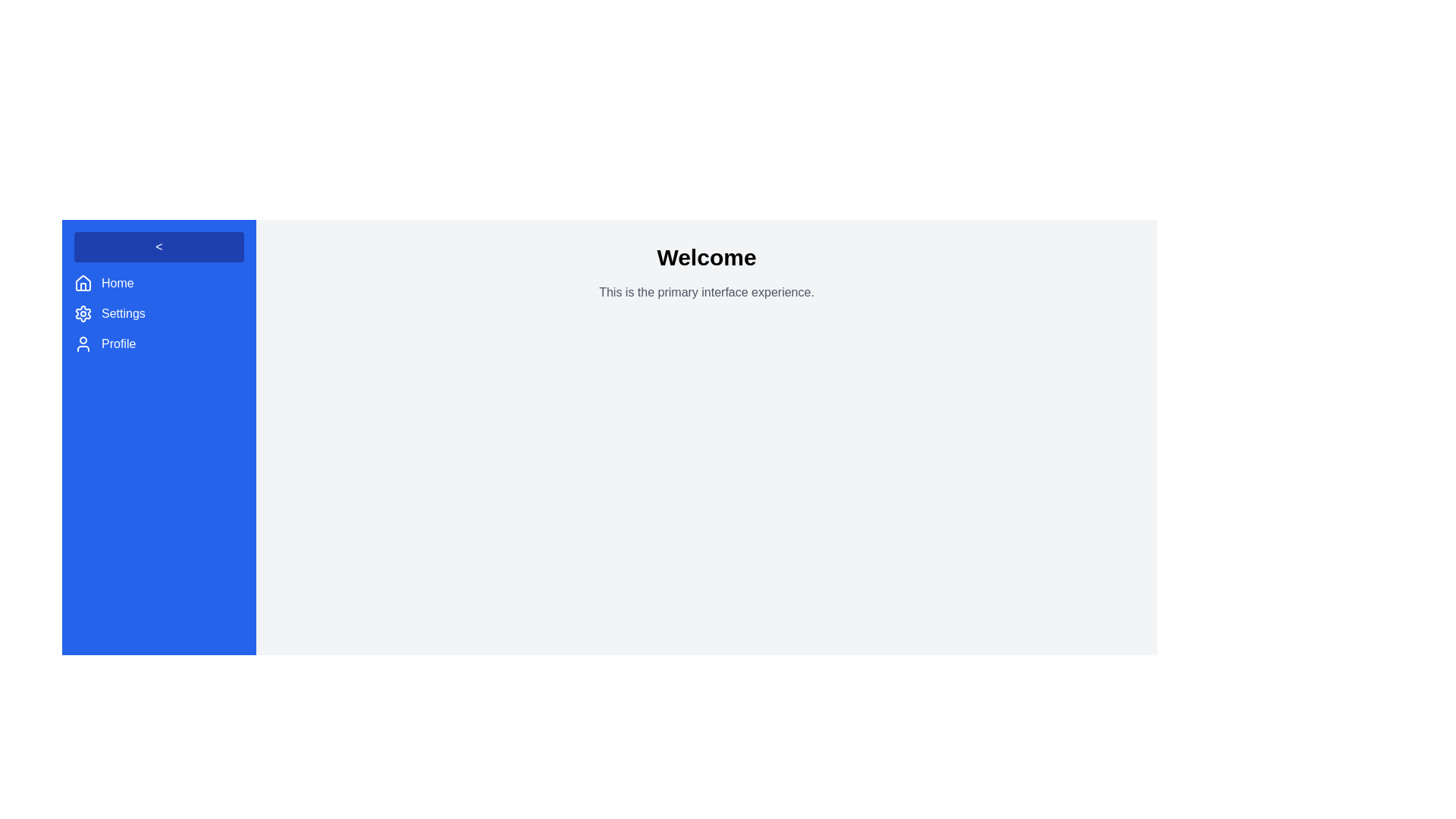 This screenshot has width=1456, height=819. What do you see at coordinates (83, 312) in the screenshot?
I see `the 'Settings' icon located in the vertical navigation menu` at bounding box center [83, 312].